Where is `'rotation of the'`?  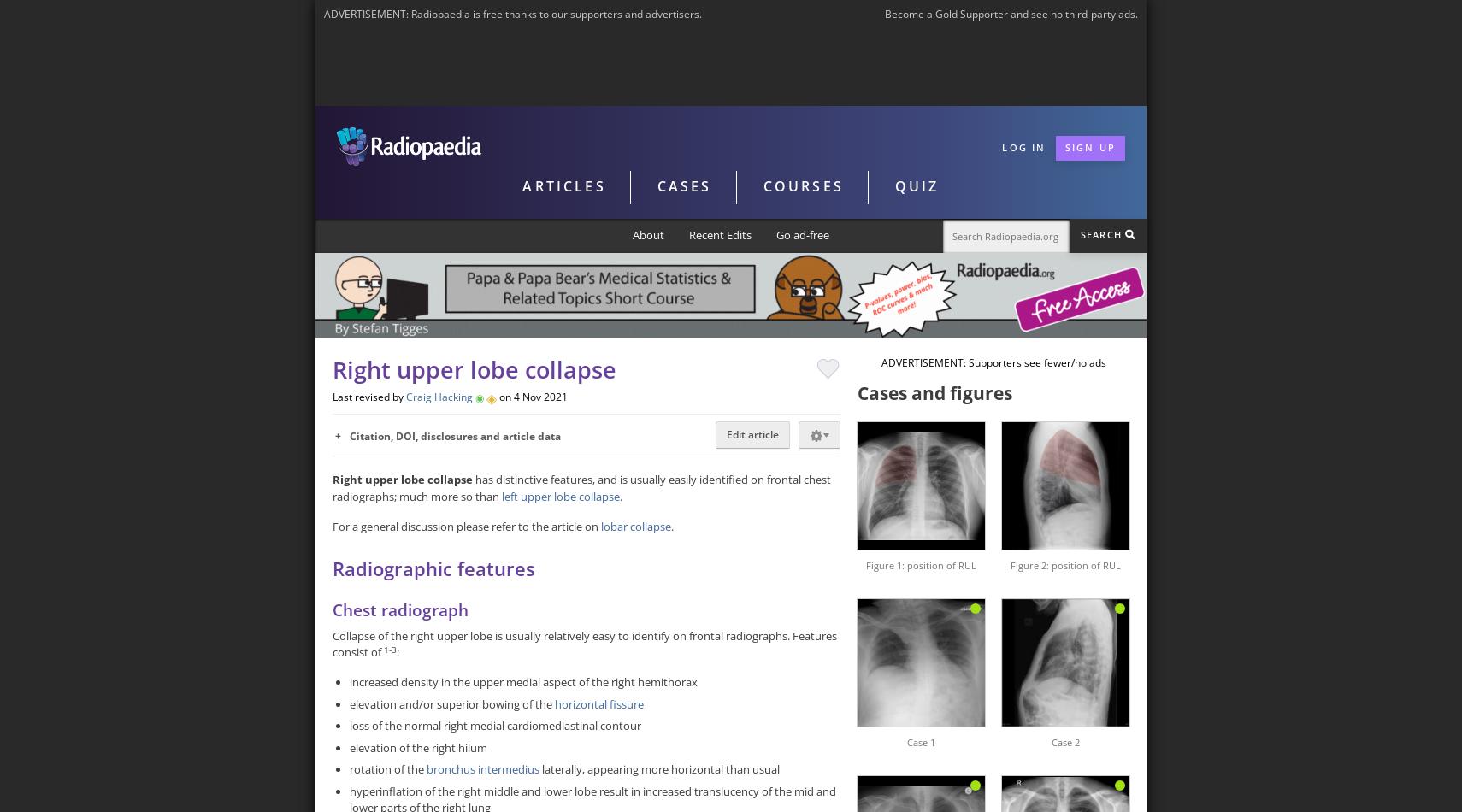
'rotation of the' is located at coordinates (349, 768).